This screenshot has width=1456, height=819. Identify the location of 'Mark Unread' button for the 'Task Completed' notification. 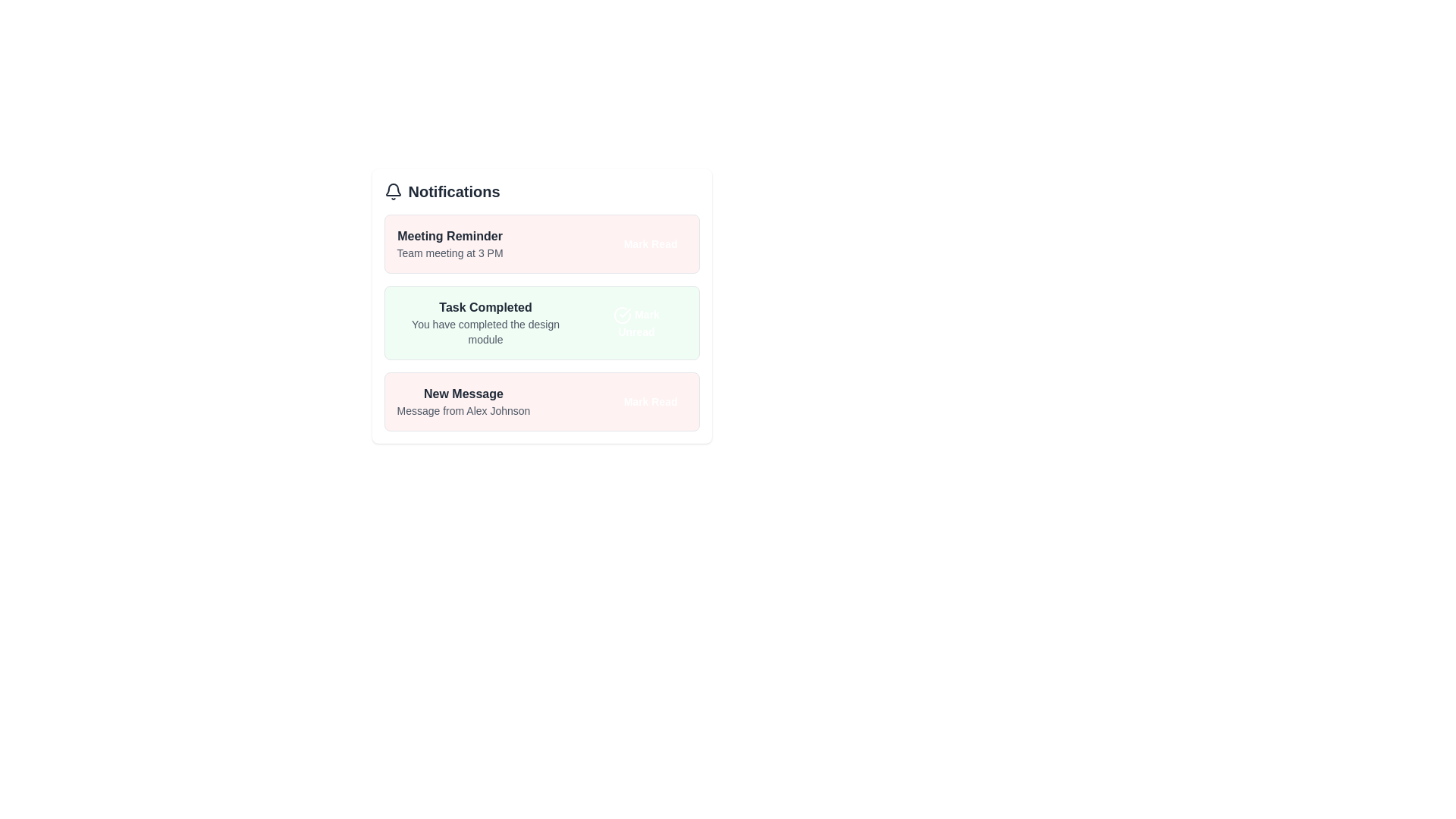
(636, 322).